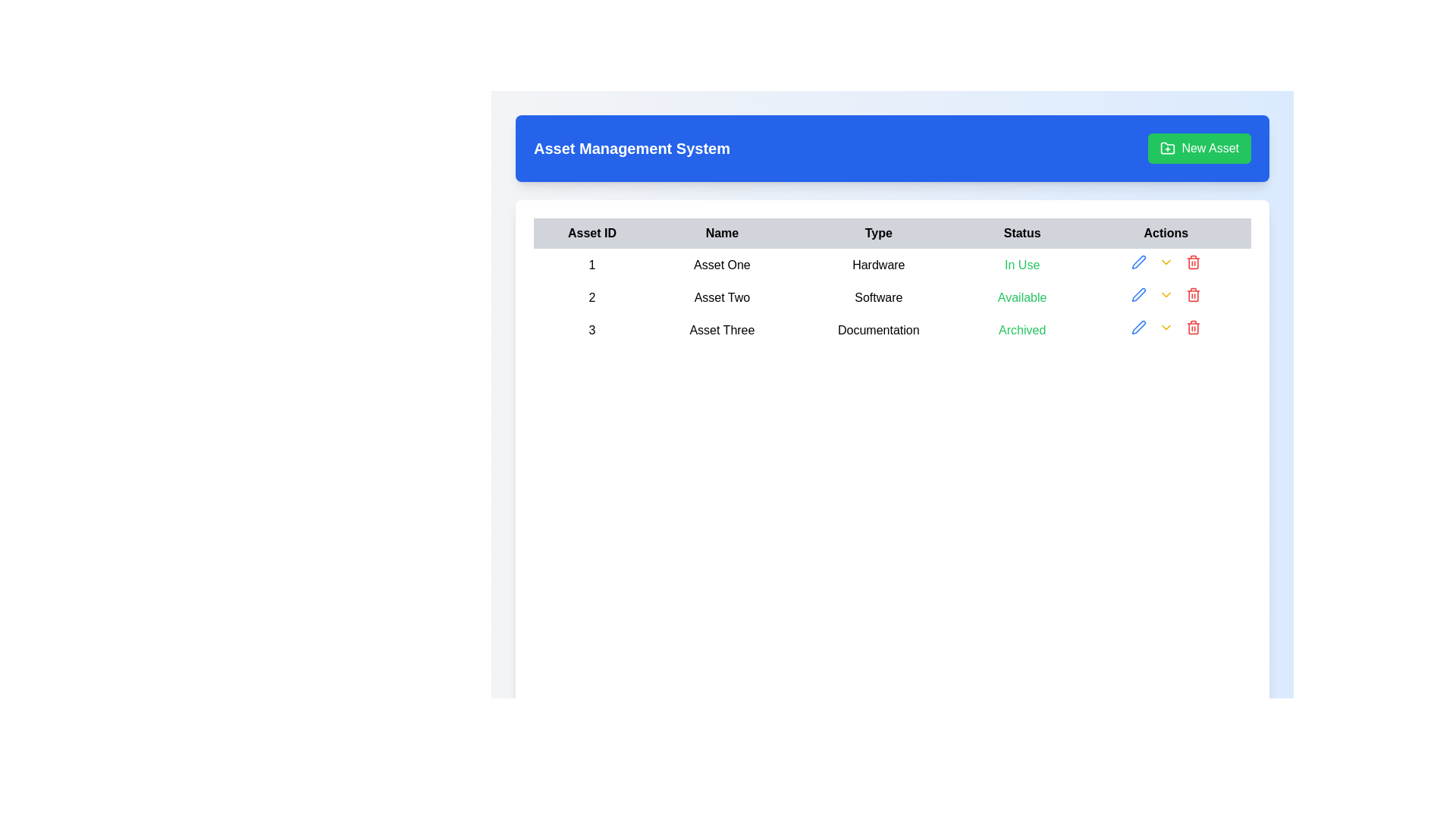 The image size is (1456, 819). What do you see at coordinates (1192, 262) in the screenshot?
I see `the vertical portion of the trash bin icon, which is the second component of the SVG group under the Actions column of the third row in the table` at bounding box center [1192, 262].